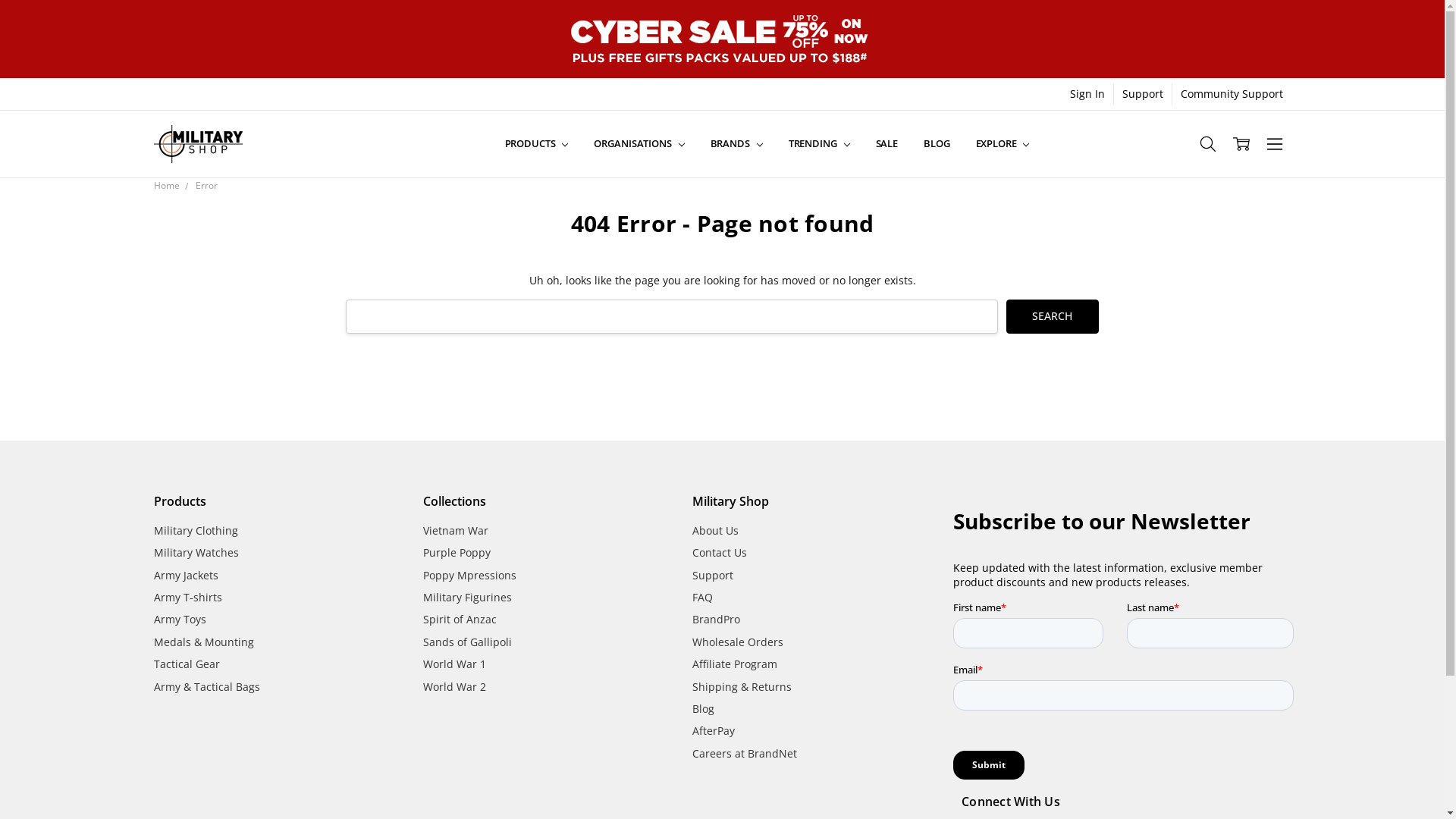 Image resolution: width=1456 pixels, height=819 pixels. What do you see at coordinates (186, 596) in the screenshot?
I see `'Army T-shirts'` at bounding box center [186, 596].